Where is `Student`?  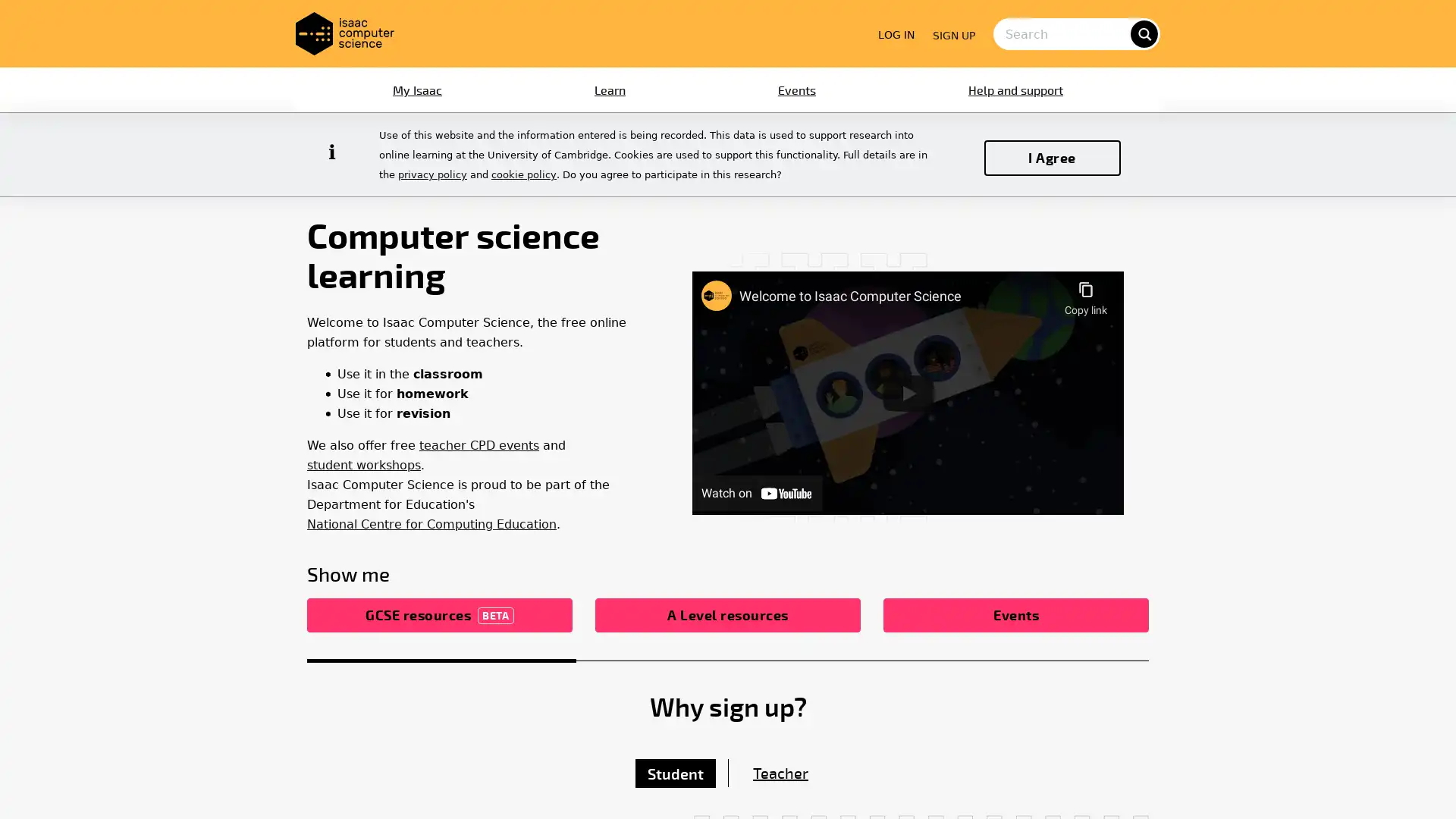 Student is located at coordinates (675, 772).